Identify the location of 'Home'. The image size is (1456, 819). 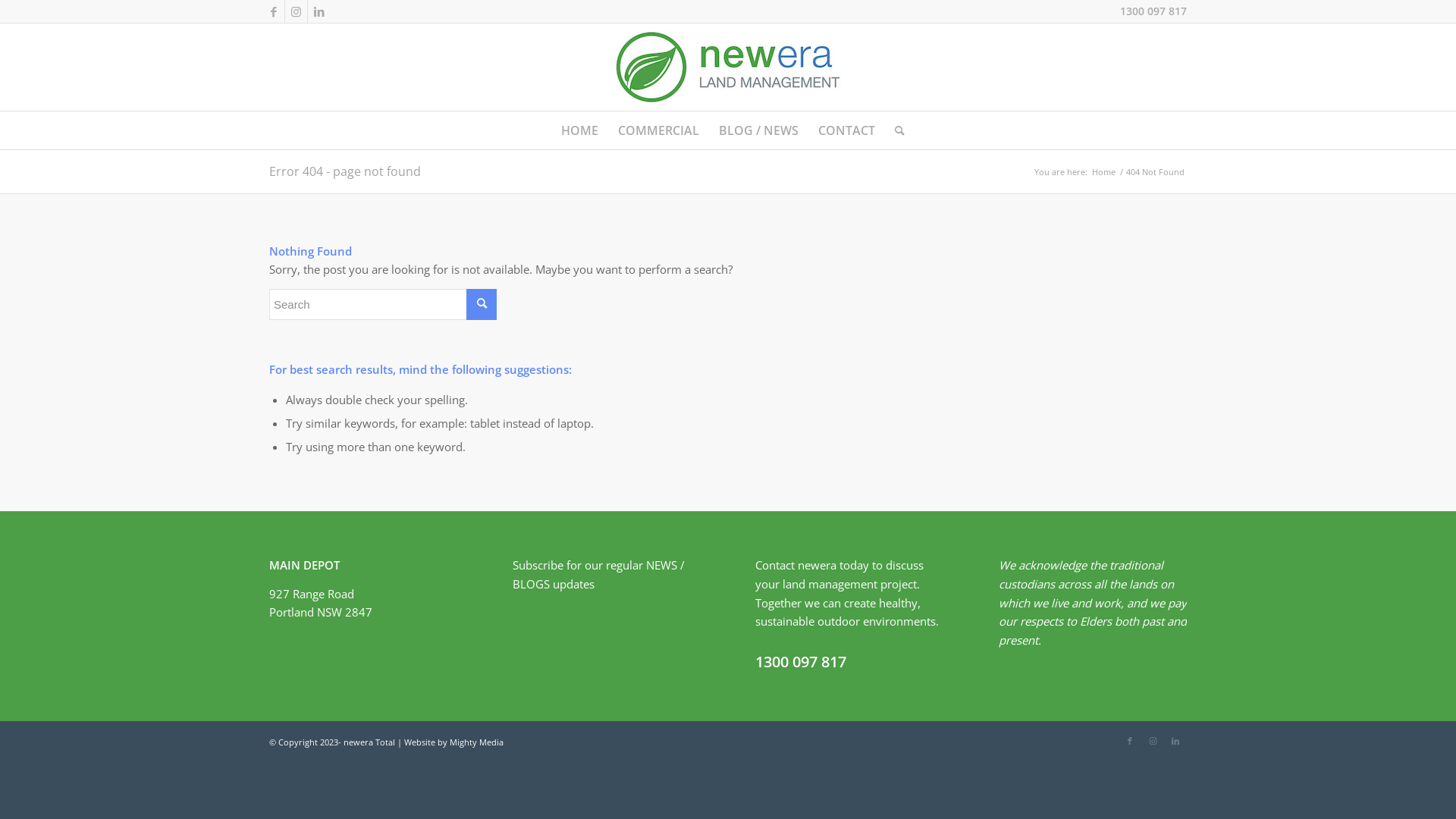
(1088, 171).